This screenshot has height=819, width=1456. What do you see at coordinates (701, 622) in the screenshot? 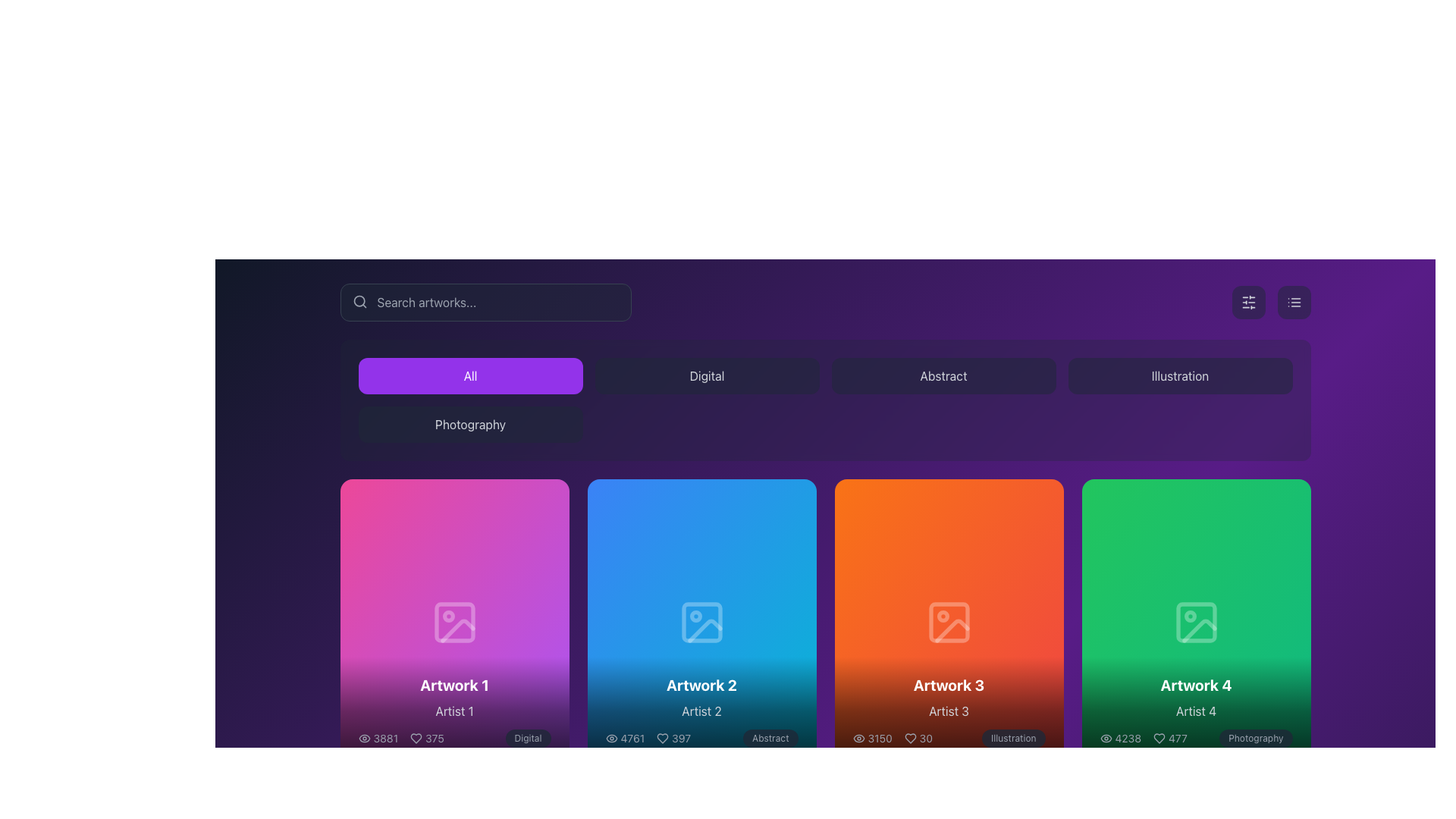
I see `the small light blue rounded rectangle SVG shape representing an image icon located at the center of the artwork card titled 'Artwork 2'` at bounding box center [701, 622].